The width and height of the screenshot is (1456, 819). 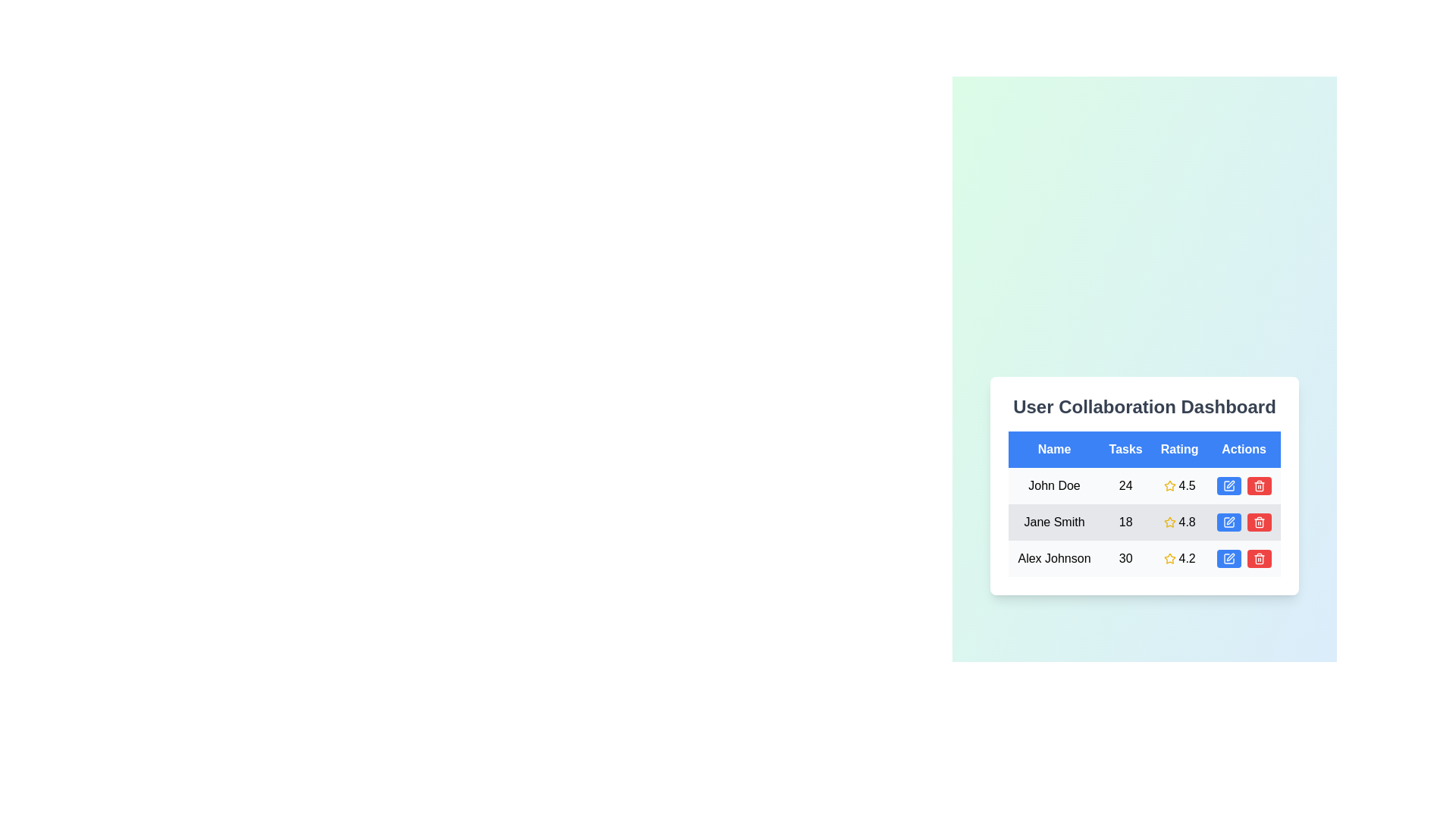 What do you see at coordinates (1169, 558) in the screenshot?
I see `the yellow star icon in the rating column of the third row associated with 'Alex Johnson' in the User Collaboration Dashboard` at bounding box center [1169, 558].